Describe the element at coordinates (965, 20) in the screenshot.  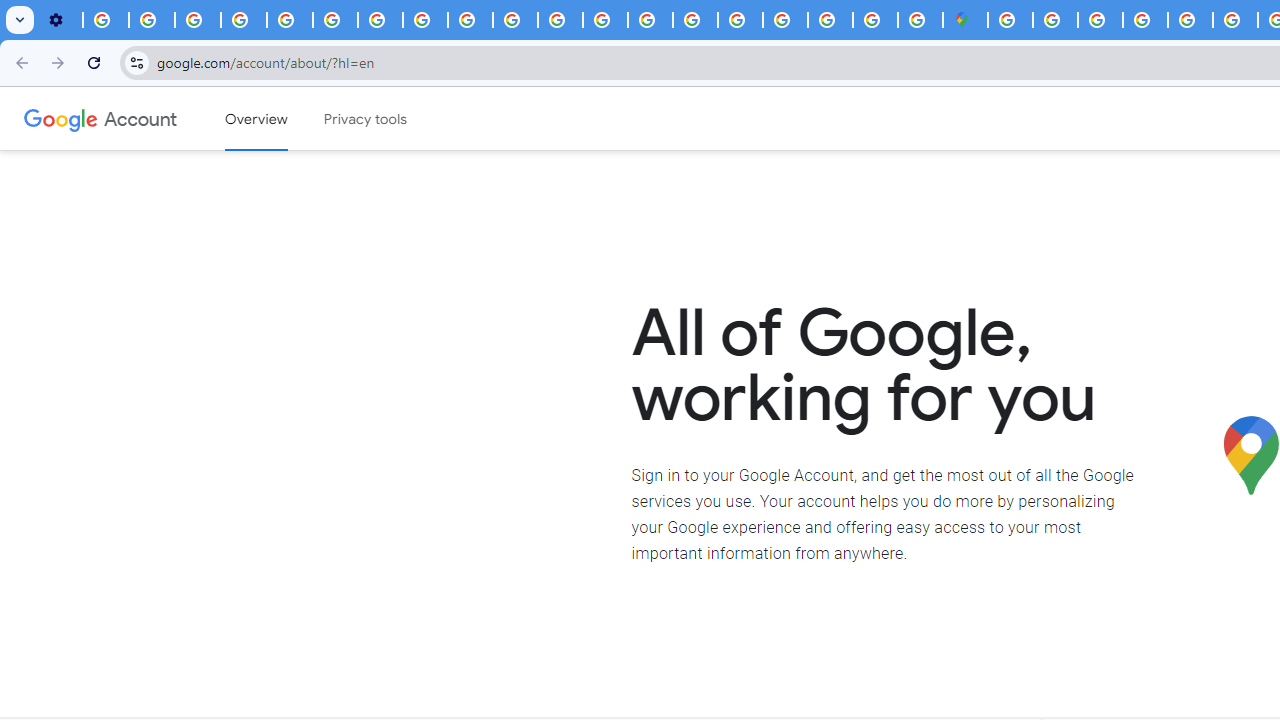
I see `'Google Maps'` at that location.